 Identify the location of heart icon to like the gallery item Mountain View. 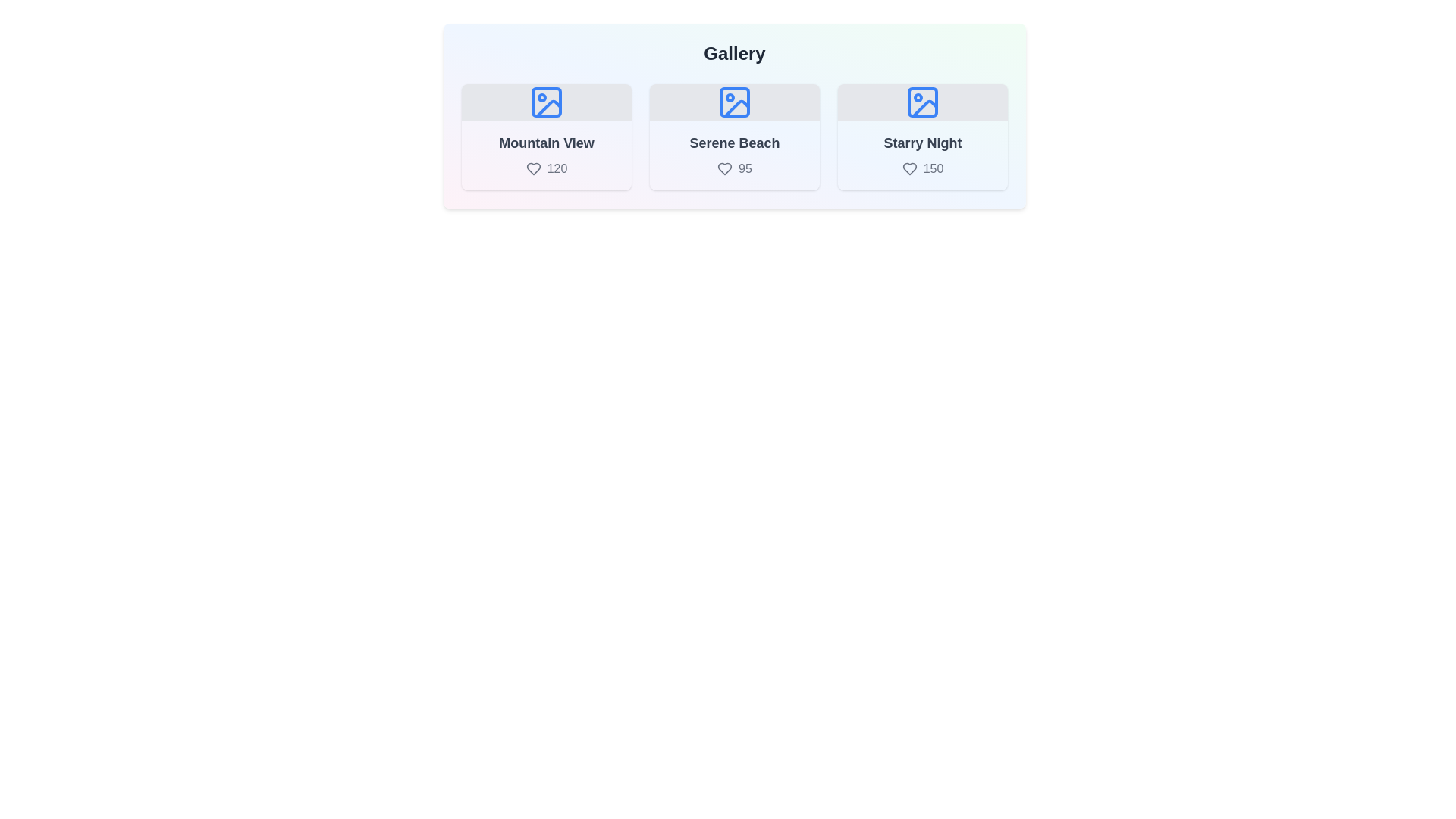
(533, 169).